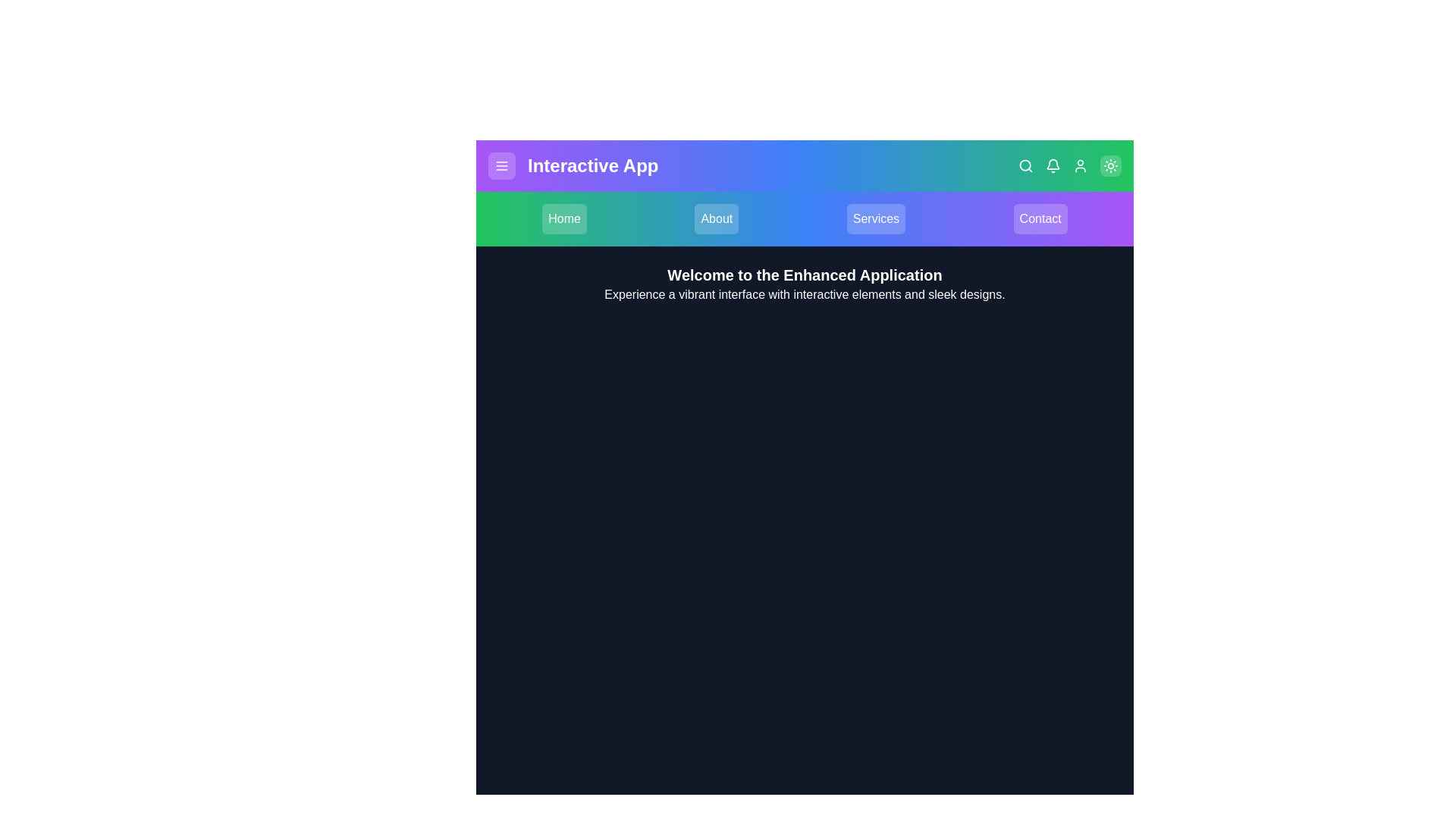 This screenshot has height=819, width=1456. What do you see at coordinates (1110, 166) in the screenshot?
I see `the dark mode toggle button` at bounding box center [1110, 166].